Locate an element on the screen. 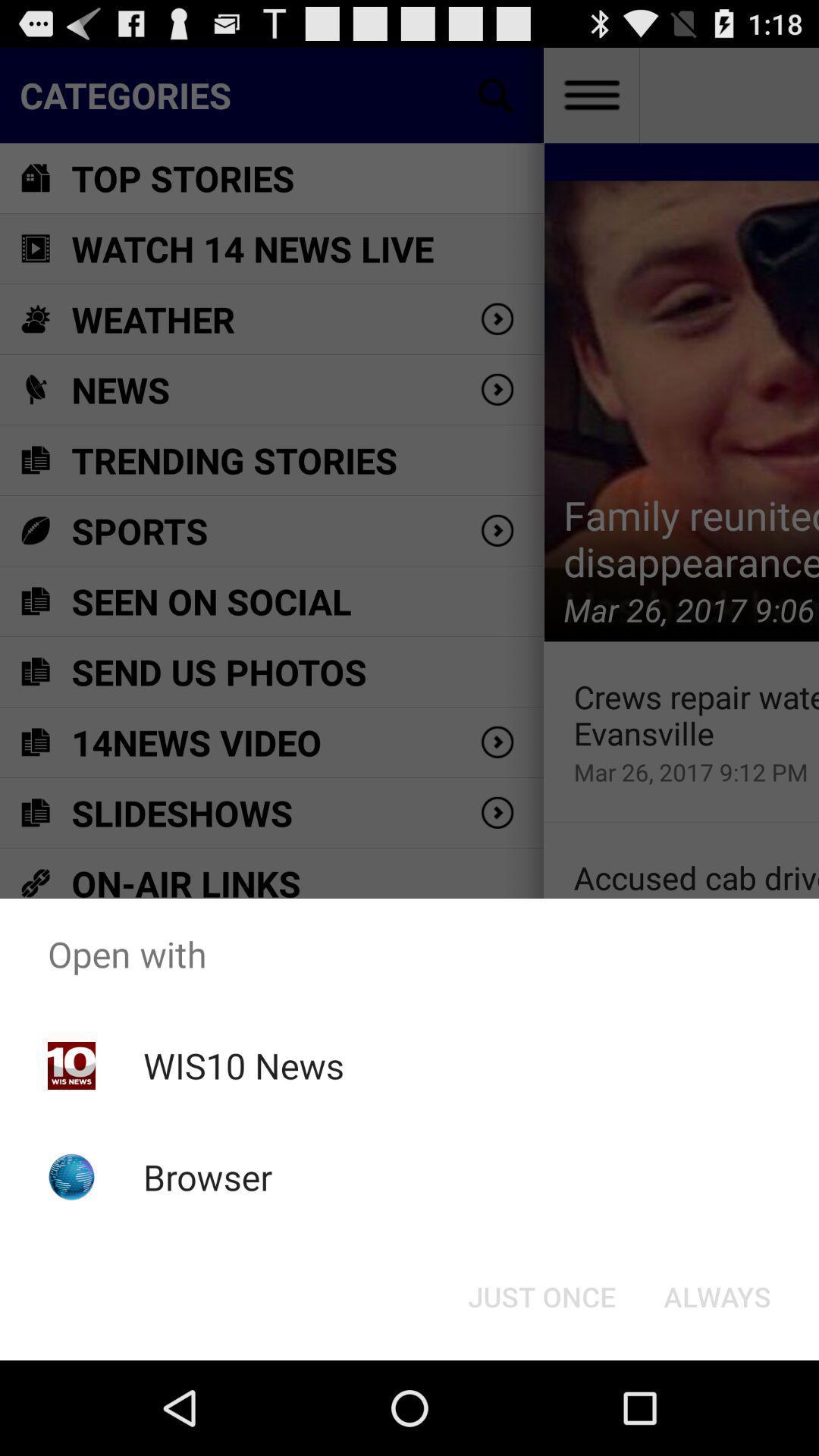 Image resolution: width=819 pixels, height=1456 pixels. item below the wis10 news is located at coordinates (208, 1176).